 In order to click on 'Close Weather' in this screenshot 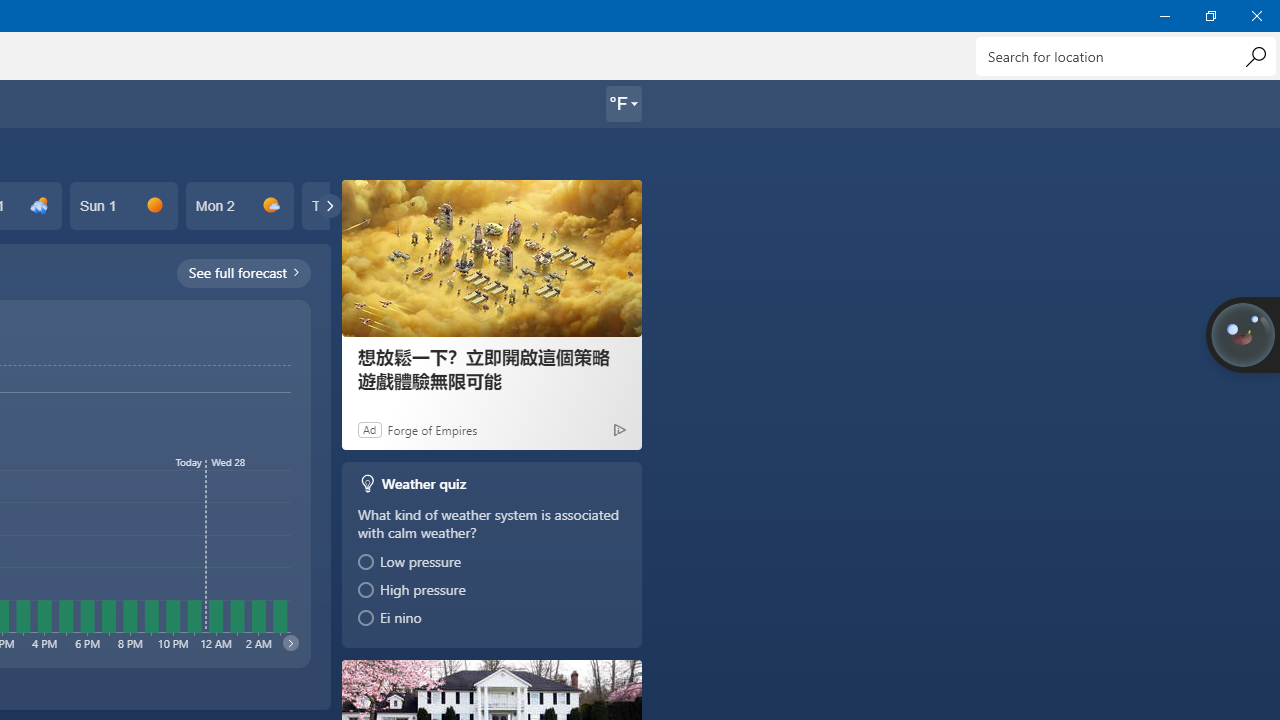, I will do `click(1255, 15)`.